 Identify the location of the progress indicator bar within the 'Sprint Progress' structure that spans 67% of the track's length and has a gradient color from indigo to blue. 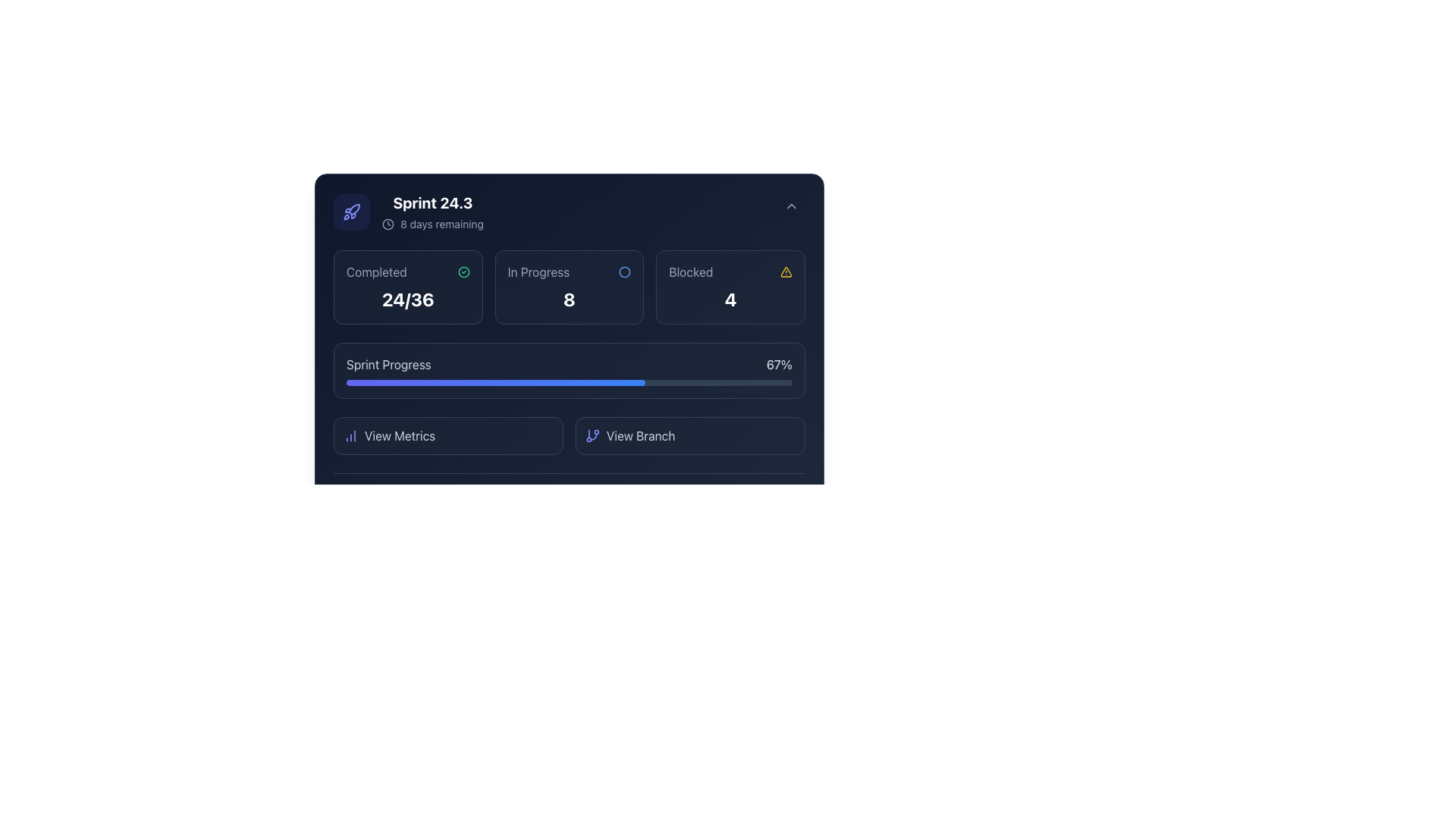
(495, 382).